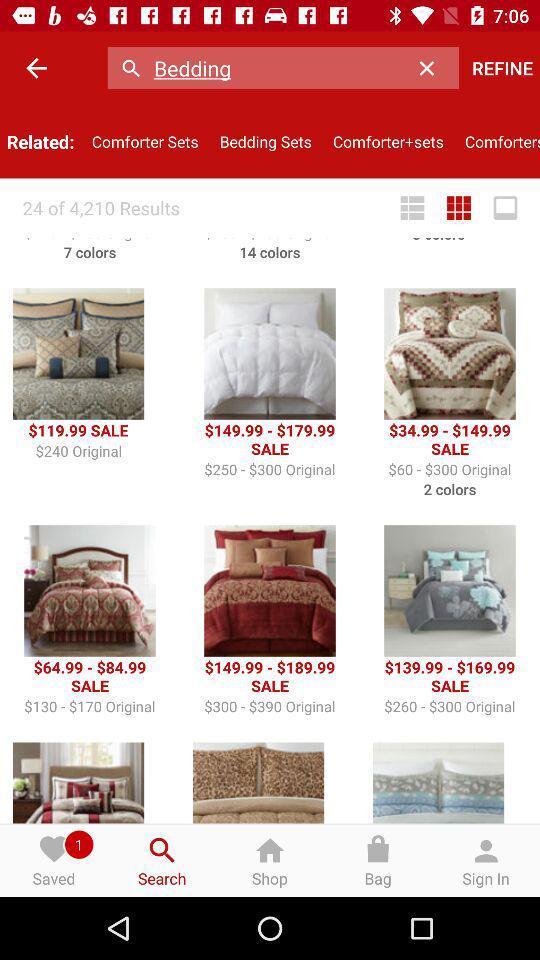 Image resolution: width=540 pixels, height=960 pixels. Describe the element at coordinates (411, 208) in the screenshot. I see `the item above the 3 colors` at that location.